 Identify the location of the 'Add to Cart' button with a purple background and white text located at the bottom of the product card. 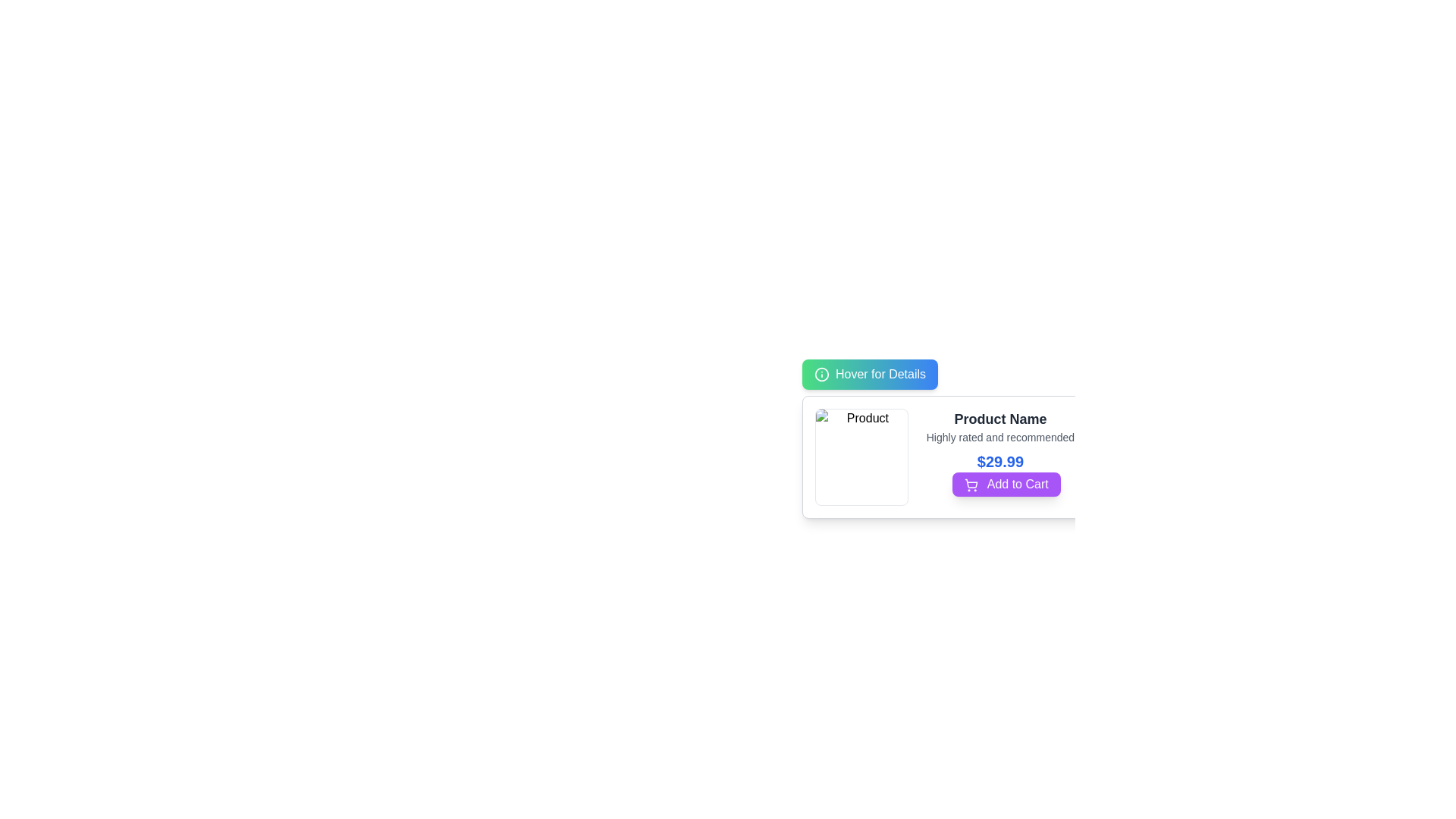
(1006, 485).